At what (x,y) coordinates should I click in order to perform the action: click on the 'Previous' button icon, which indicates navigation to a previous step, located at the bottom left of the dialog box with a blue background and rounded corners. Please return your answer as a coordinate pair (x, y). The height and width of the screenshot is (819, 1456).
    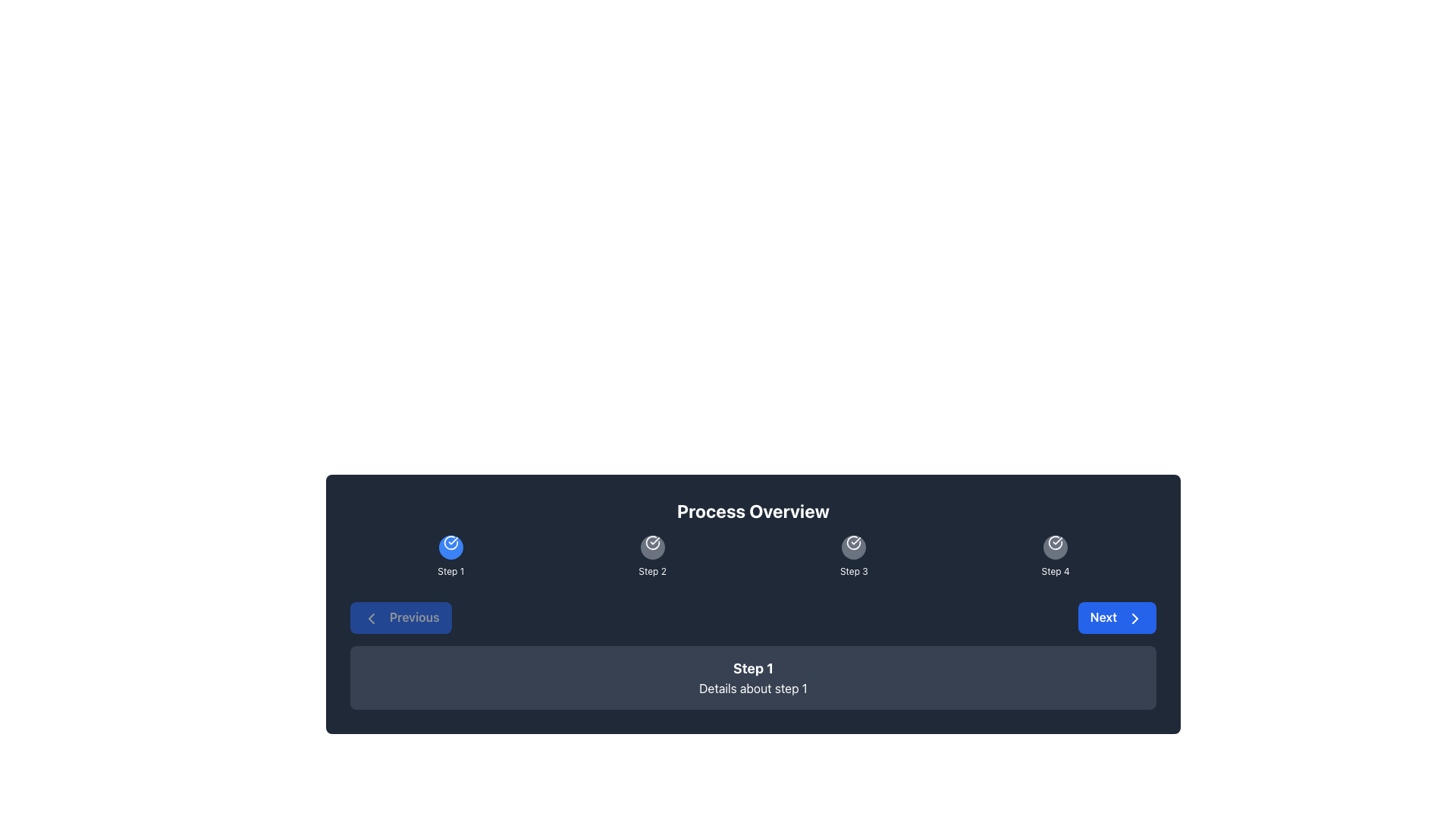
    Looking at the image, I should click on (371, 617).